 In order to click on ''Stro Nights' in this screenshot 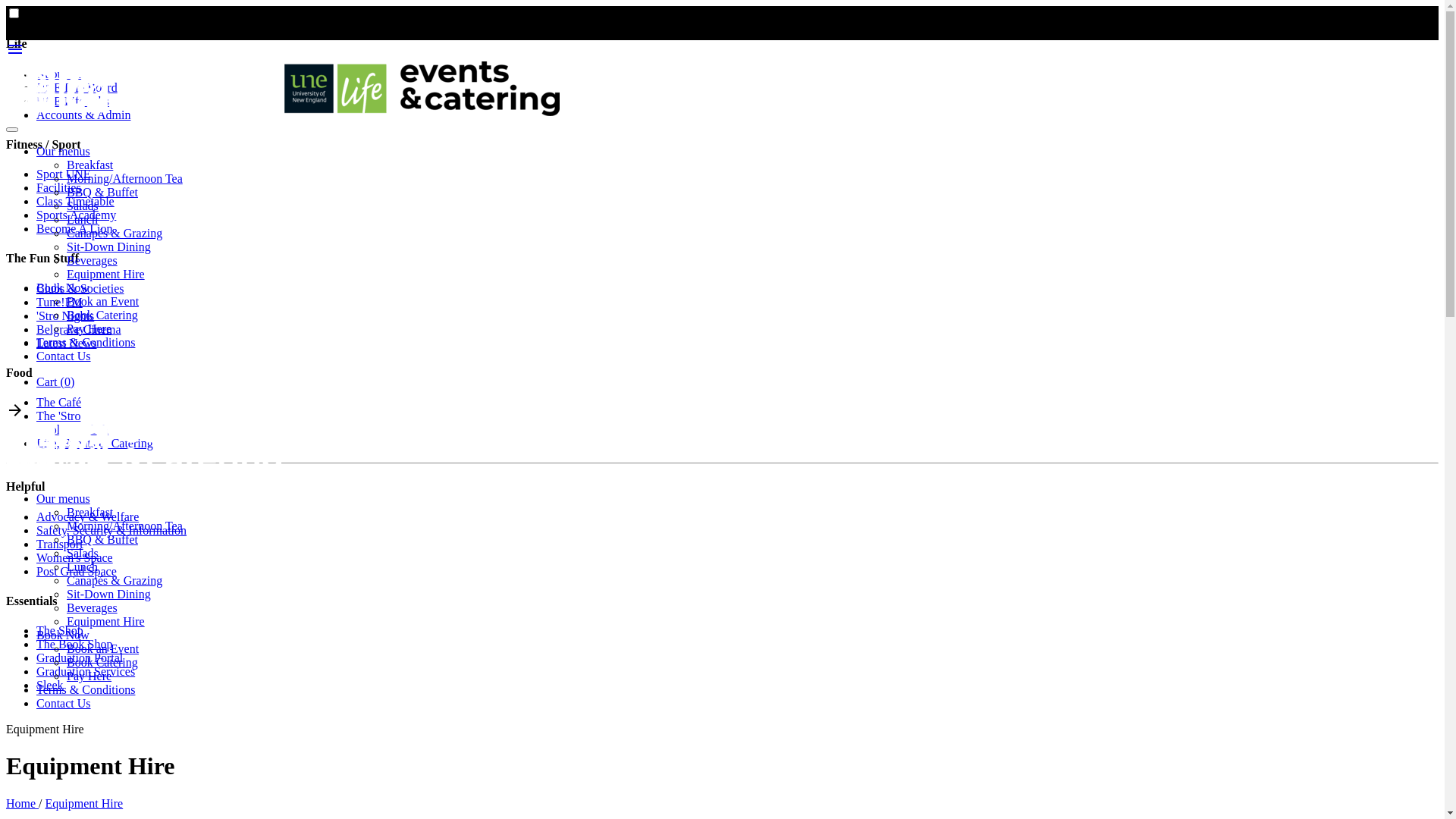, I will do `click(64, 315)`.